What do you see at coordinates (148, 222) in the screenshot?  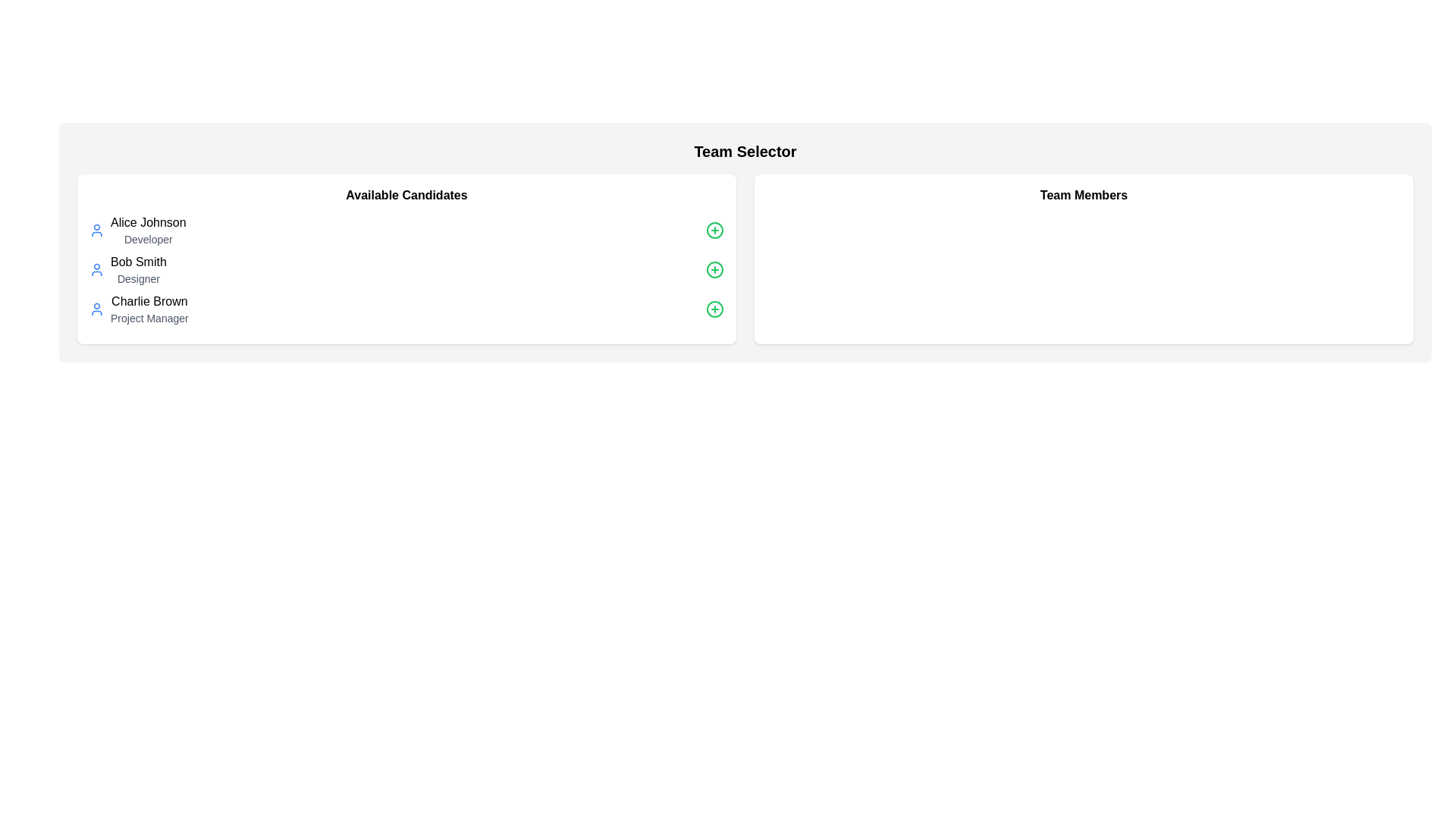 I see `text label identifying the candidate's name 'Alice Johnson' in the list of available candidates` at bounding box center [148, 222].